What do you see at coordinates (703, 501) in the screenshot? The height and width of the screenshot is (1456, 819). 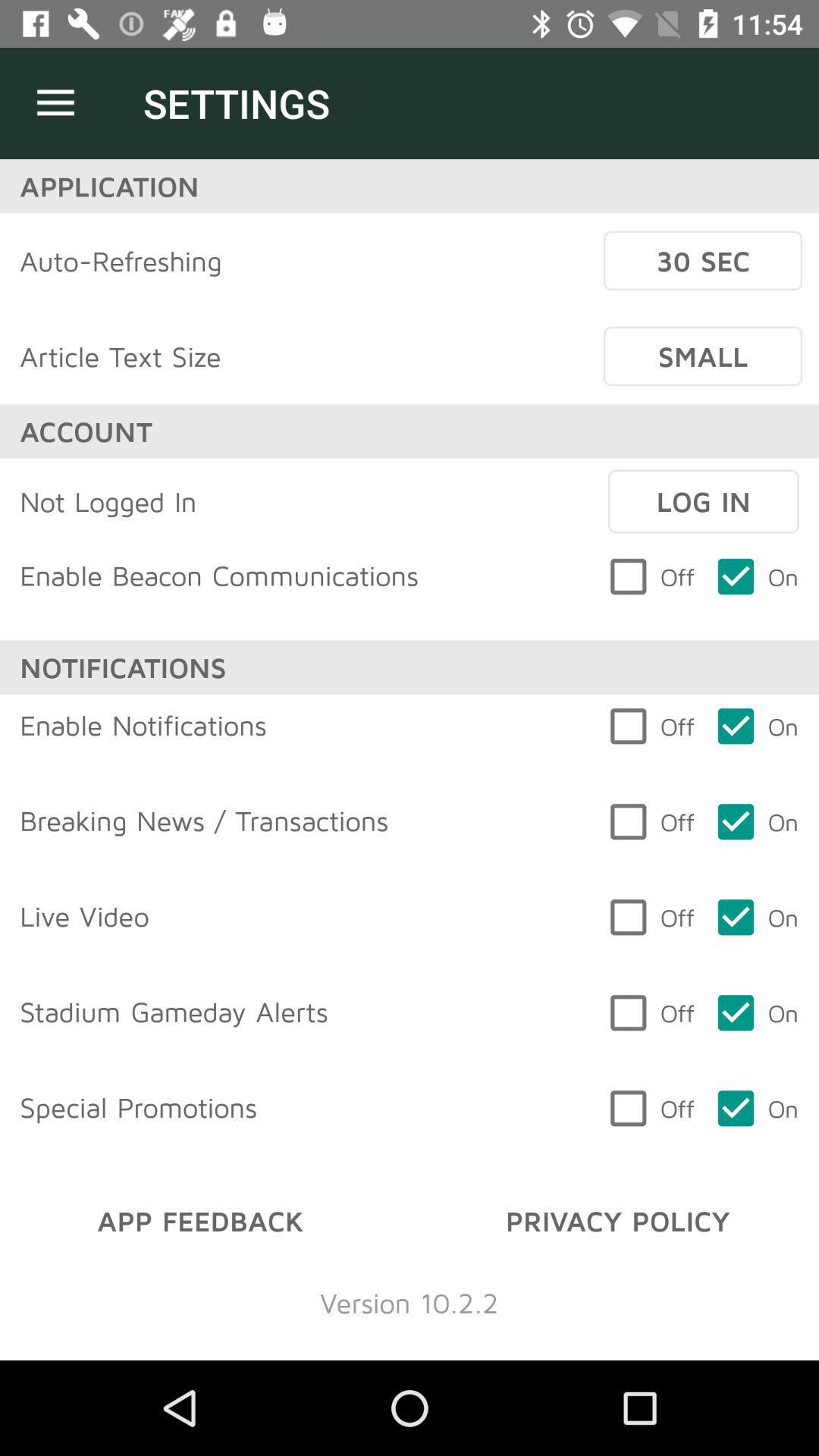 I see `the icon below small` at bounding box center [703, 501].